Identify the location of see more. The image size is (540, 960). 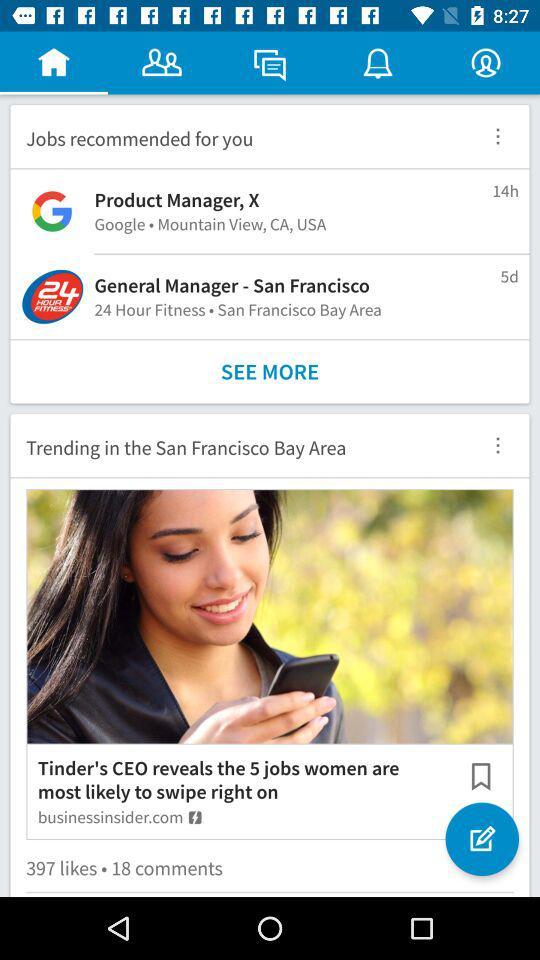
(270, 371).